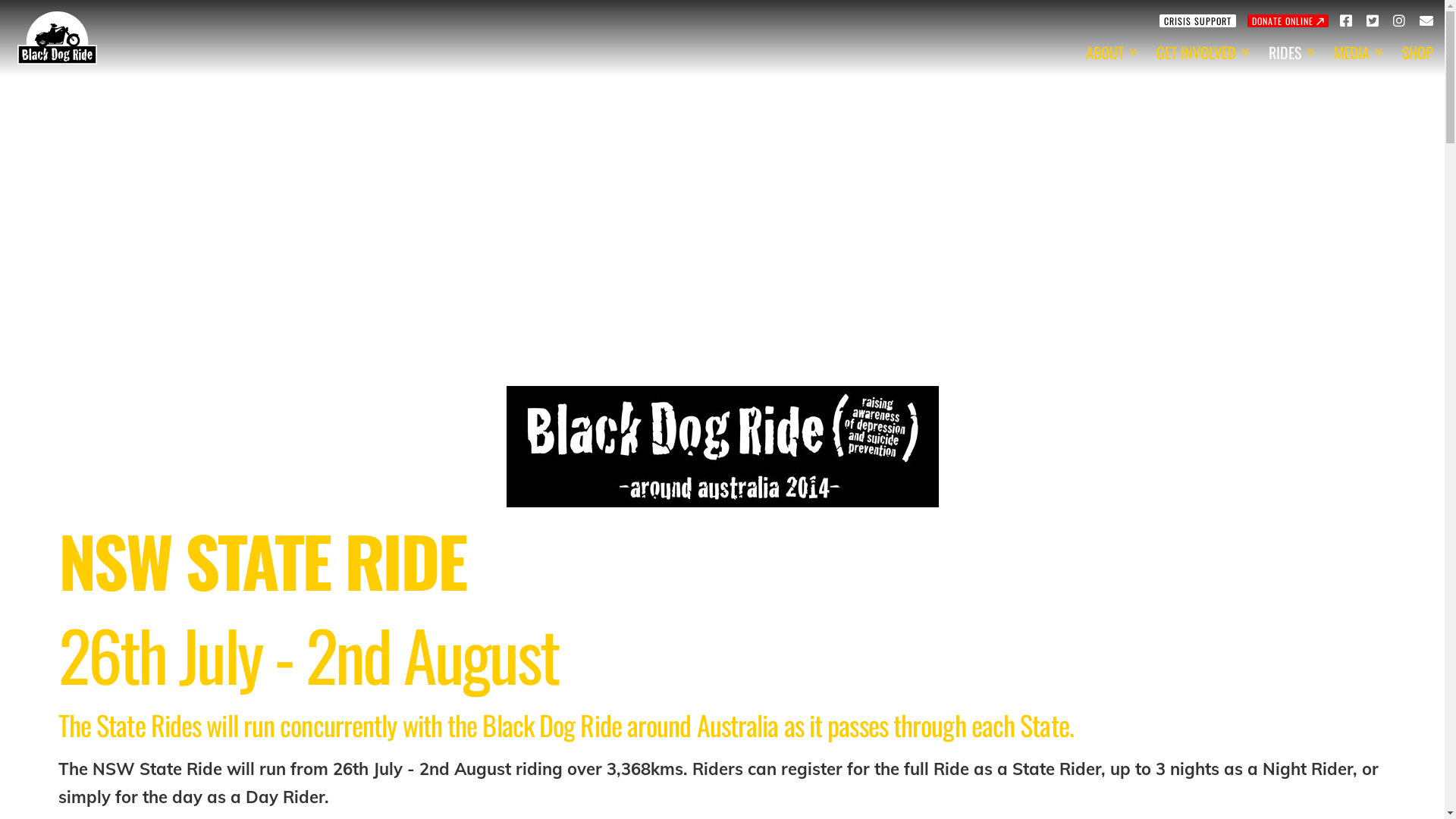  I want to click on 'MEDIA', so click(1357, 52).